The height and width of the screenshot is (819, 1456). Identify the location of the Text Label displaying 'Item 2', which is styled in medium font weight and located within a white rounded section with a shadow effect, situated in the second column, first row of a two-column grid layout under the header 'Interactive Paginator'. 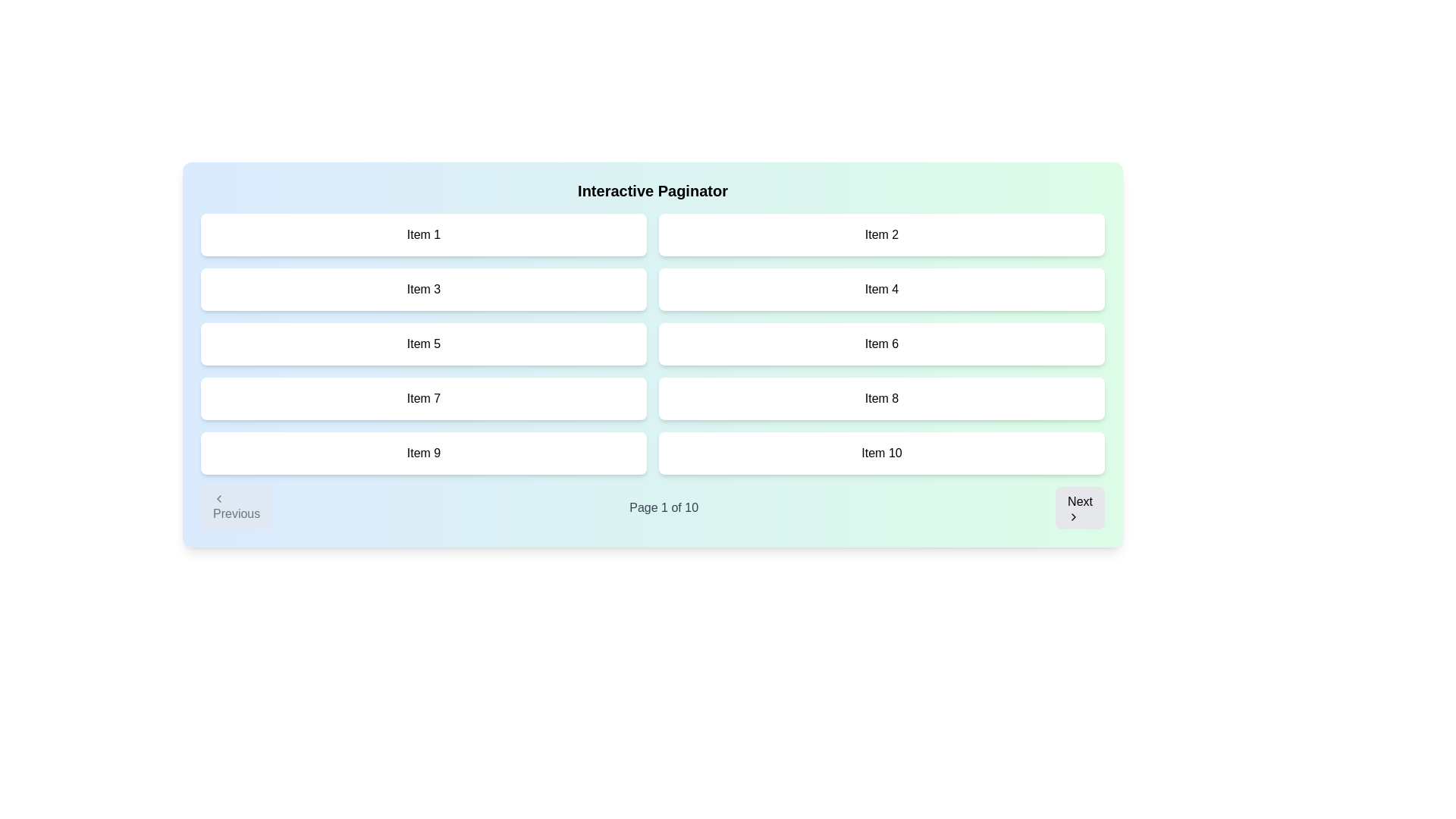
(881, 234).